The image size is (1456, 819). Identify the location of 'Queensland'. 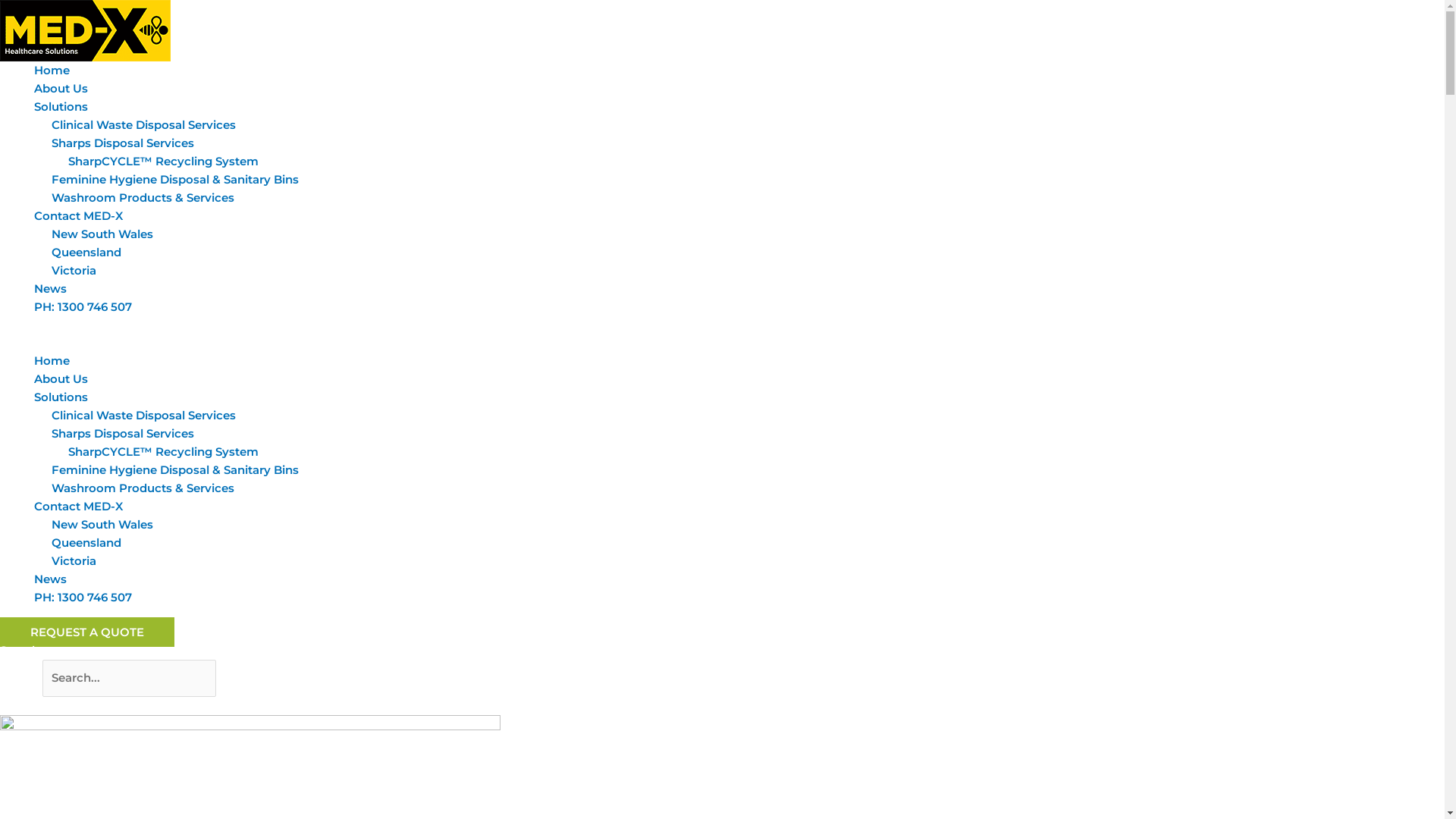
(86, 251).